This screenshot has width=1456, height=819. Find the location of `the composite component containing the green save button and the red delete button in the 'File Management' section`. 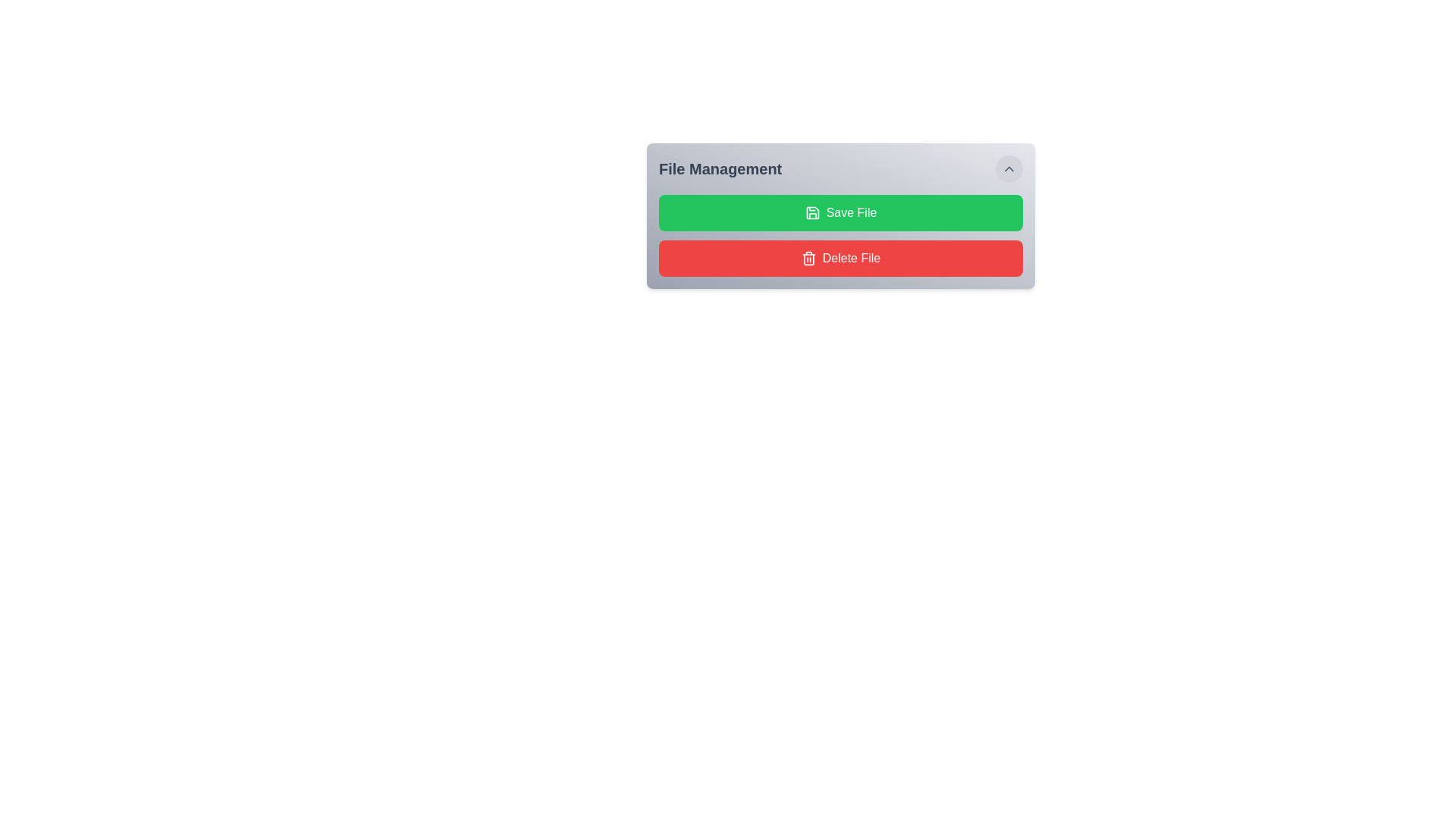

the composite component containing the green save button and the red delete button in the 'File Management' section is located at coordinates (839, 236).